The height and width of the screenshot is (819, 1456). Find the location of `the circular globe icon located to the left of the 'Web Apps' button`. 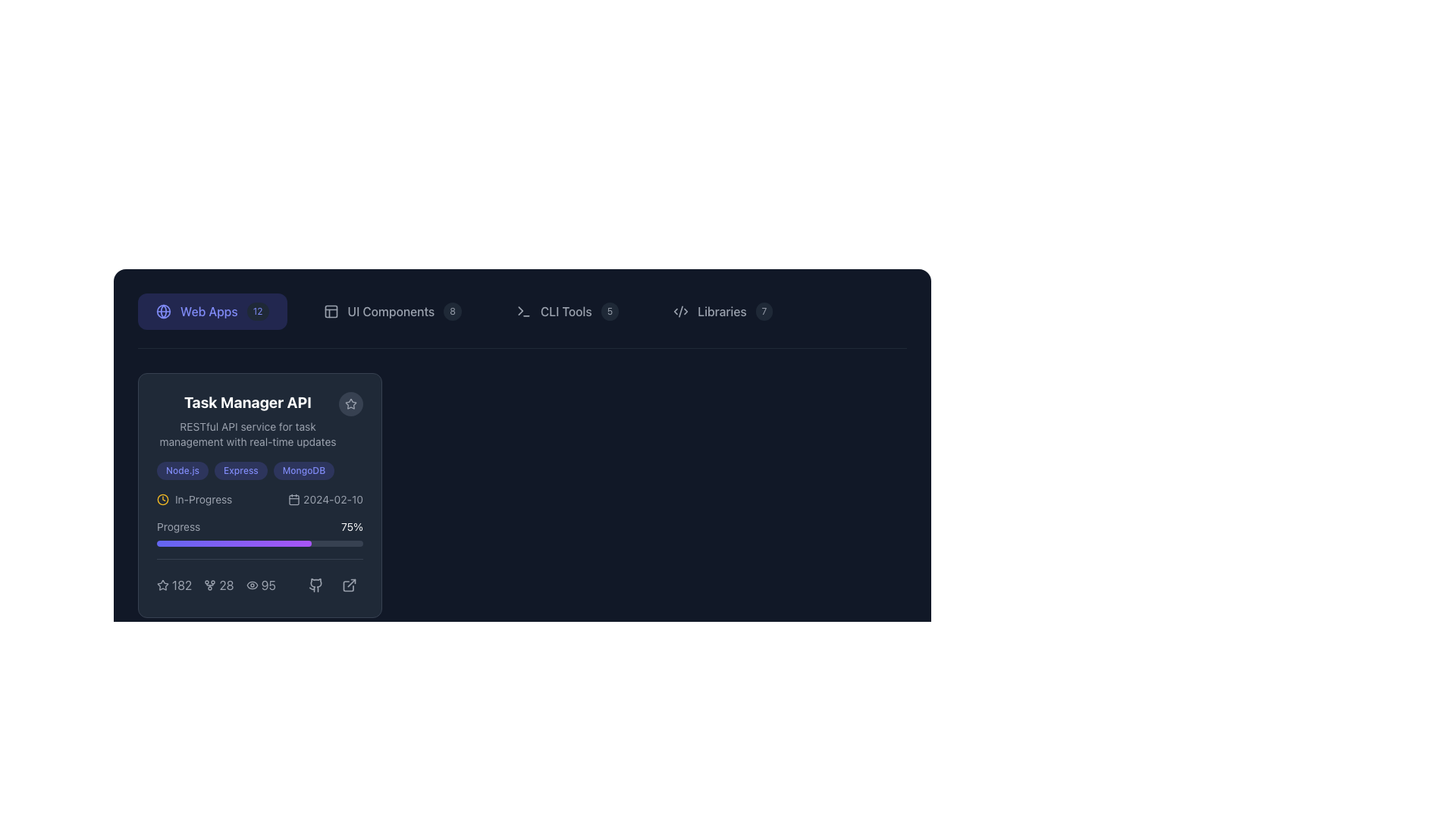

the circular globe icon located to the left of the 'Web Apps' button is located at coordinates (164, 311).